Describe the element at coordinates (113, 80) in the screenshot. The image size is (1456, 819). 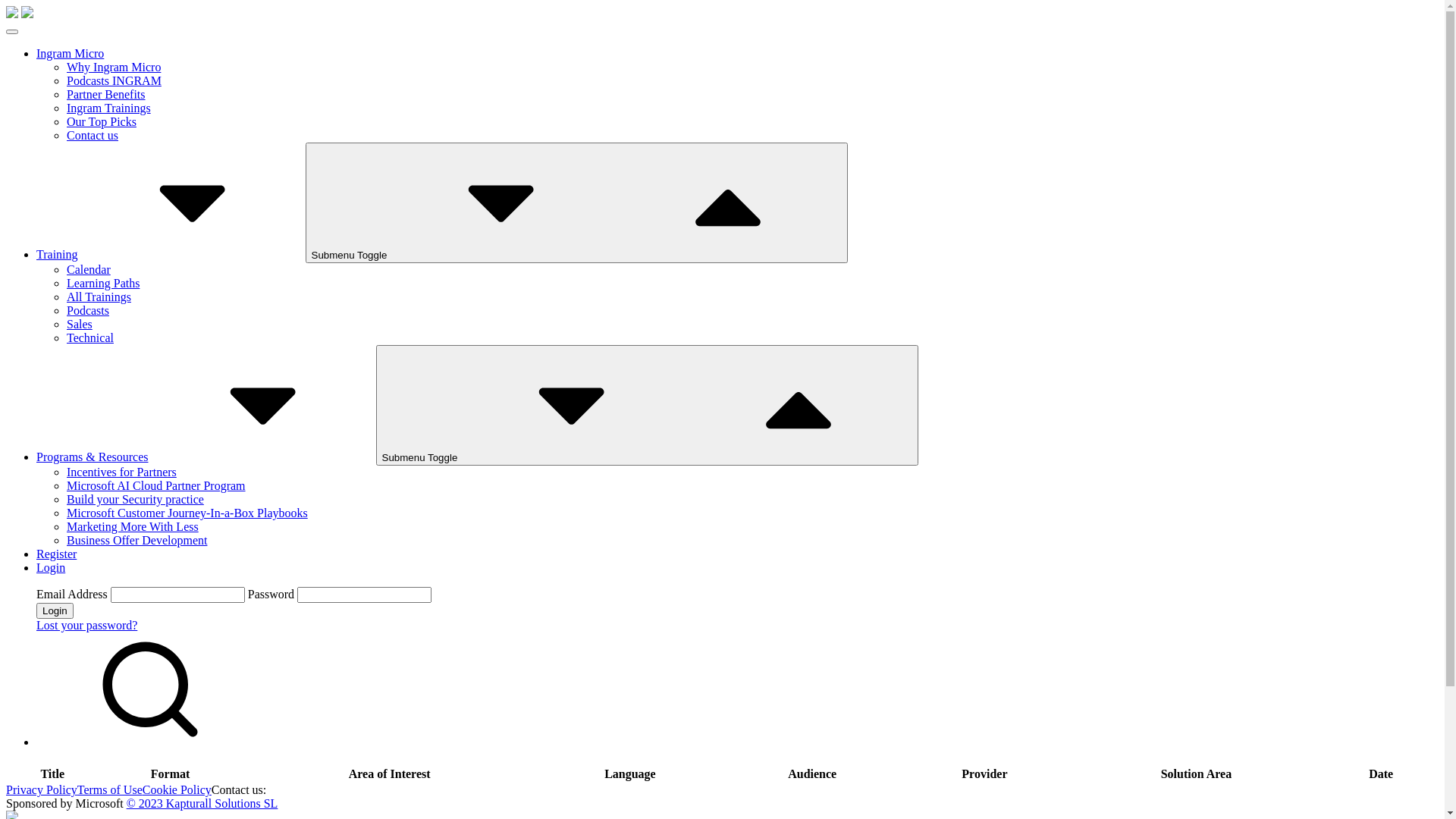
I see `'Podcasts INGRAM'` at that location.